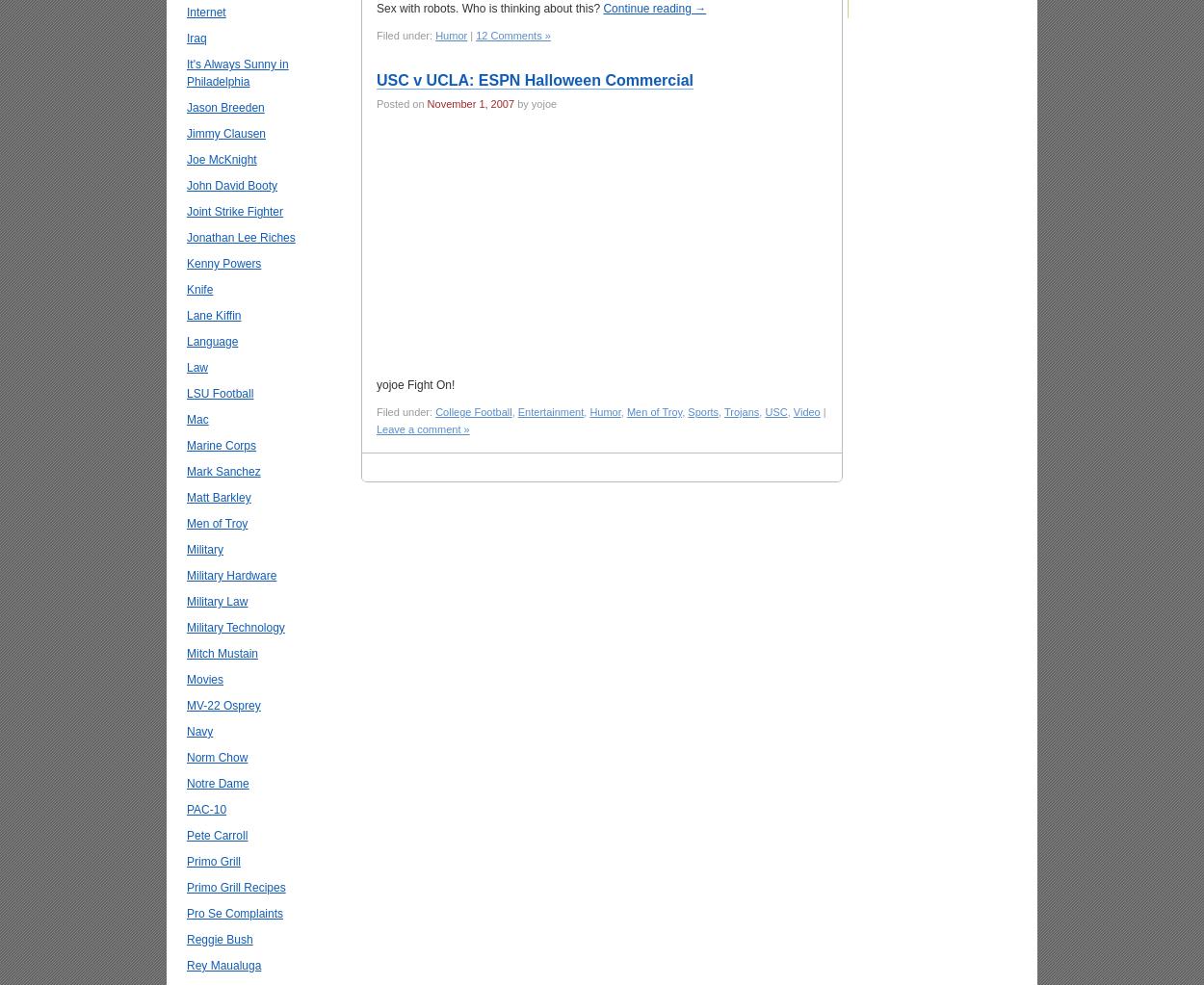  I want to click on 'Jimmy Clausen', so click(225, 133).